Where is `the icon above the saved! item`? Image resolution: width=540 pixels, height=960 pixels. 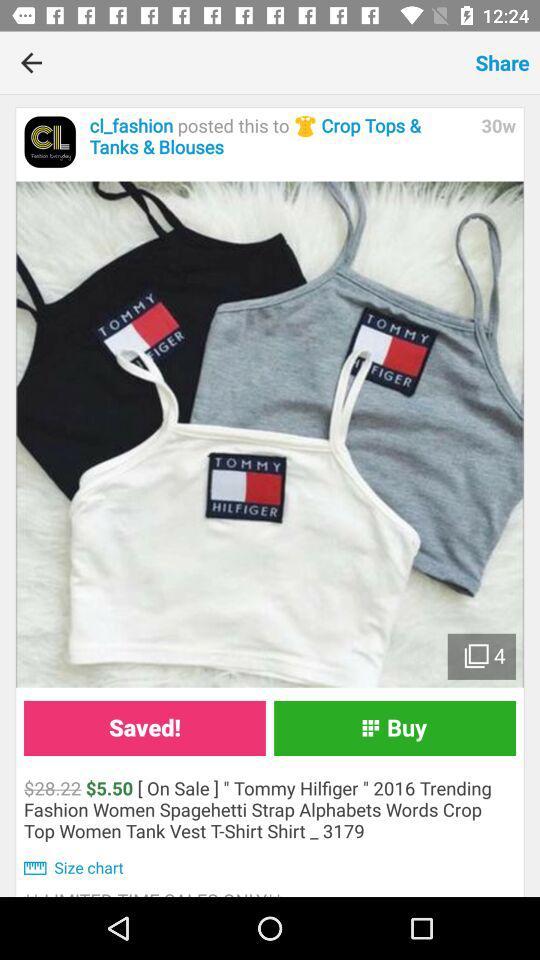
the icon above the saved! item is located at coordinates (270, 434).